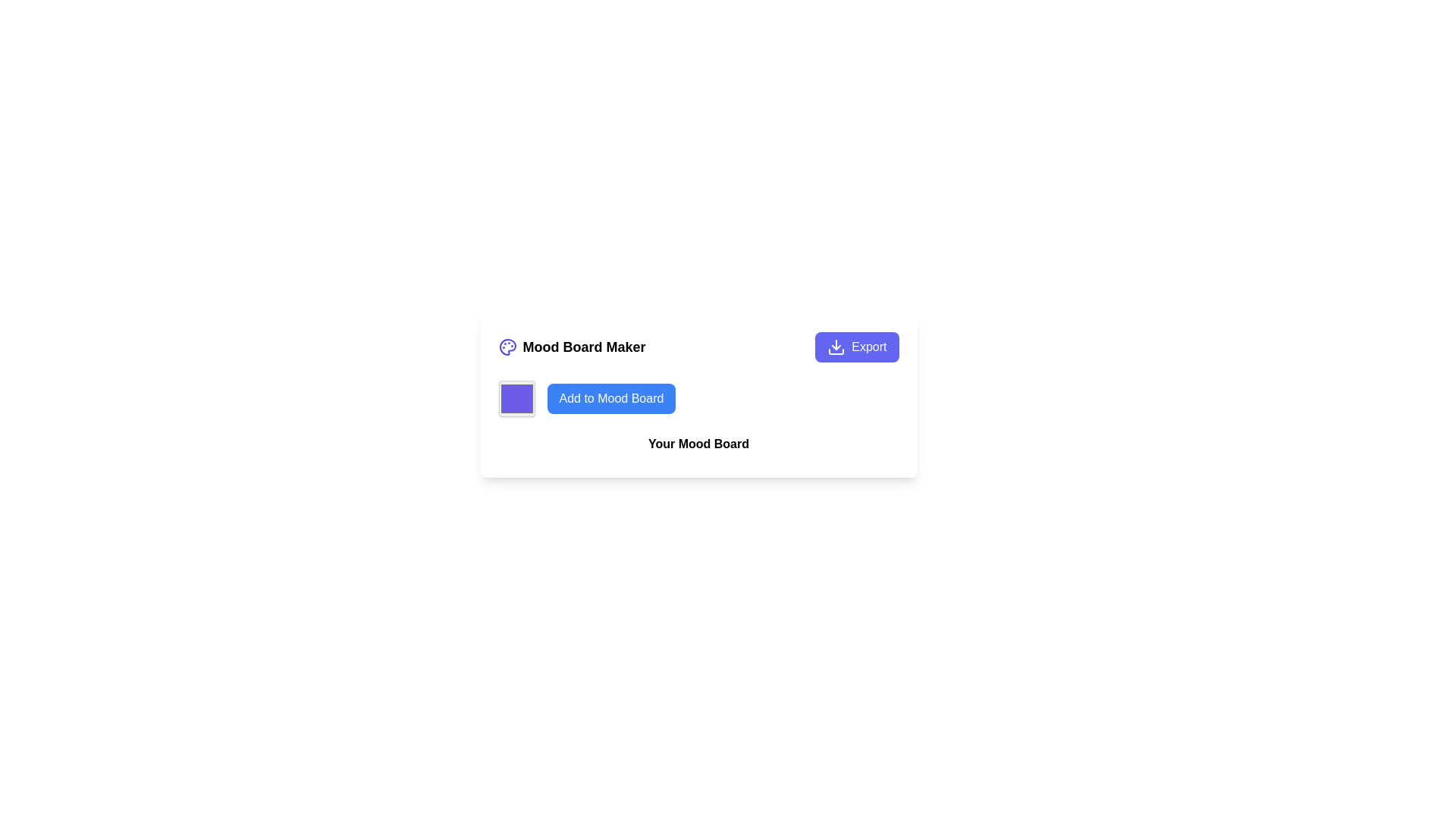 This screenshot has height=819, width=1456. What do you see at coordinates (507, 347) in the screenshot?
I see `the indigo palette icon located next to the text 'Mood Board Maker' at the top left of the panel` at bounding box center [507, 347].